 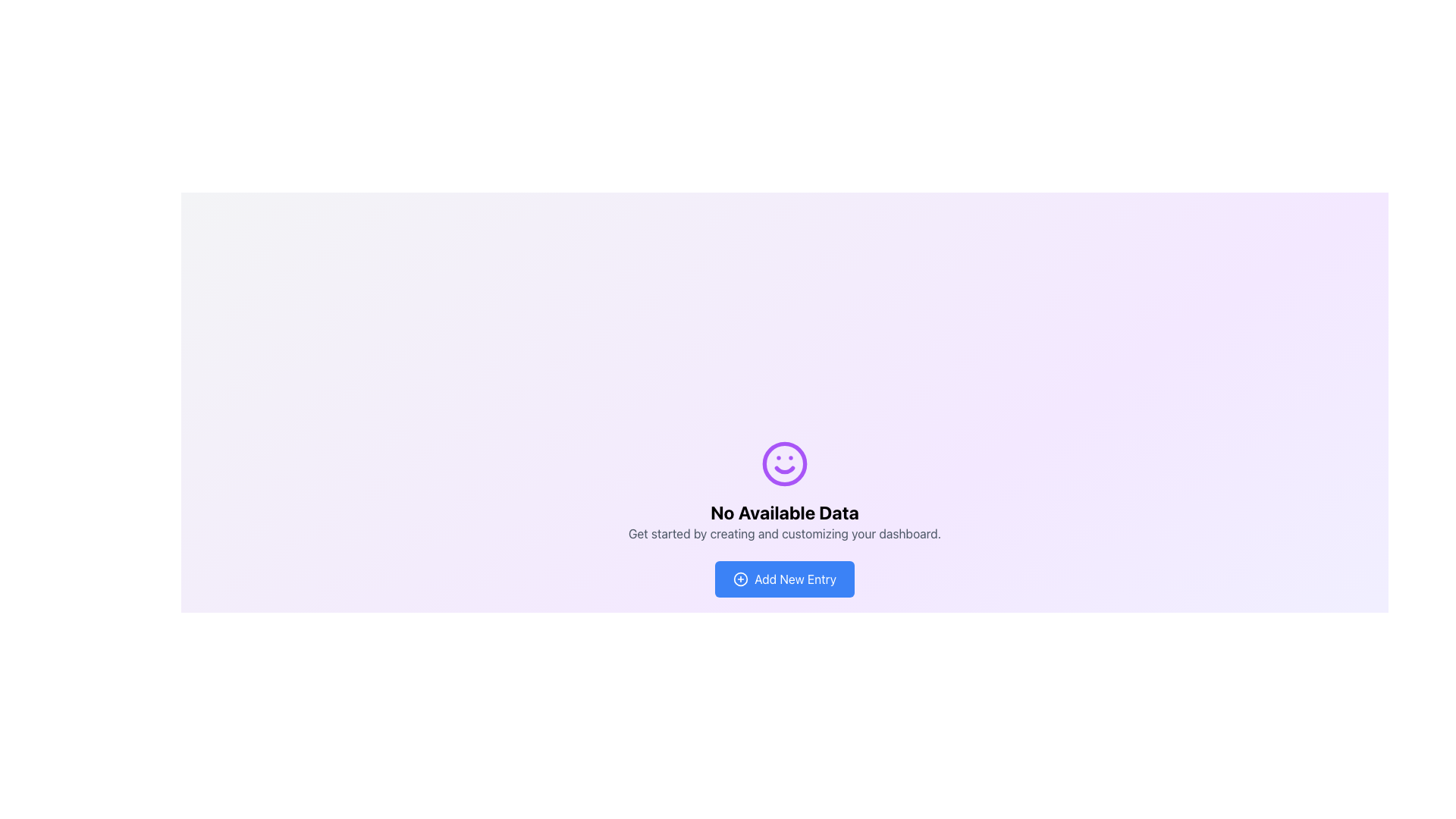 I want to click on the hyperlink located in the lower portion of the interface, which serves as a navigational link, so click(x=893, y=730).